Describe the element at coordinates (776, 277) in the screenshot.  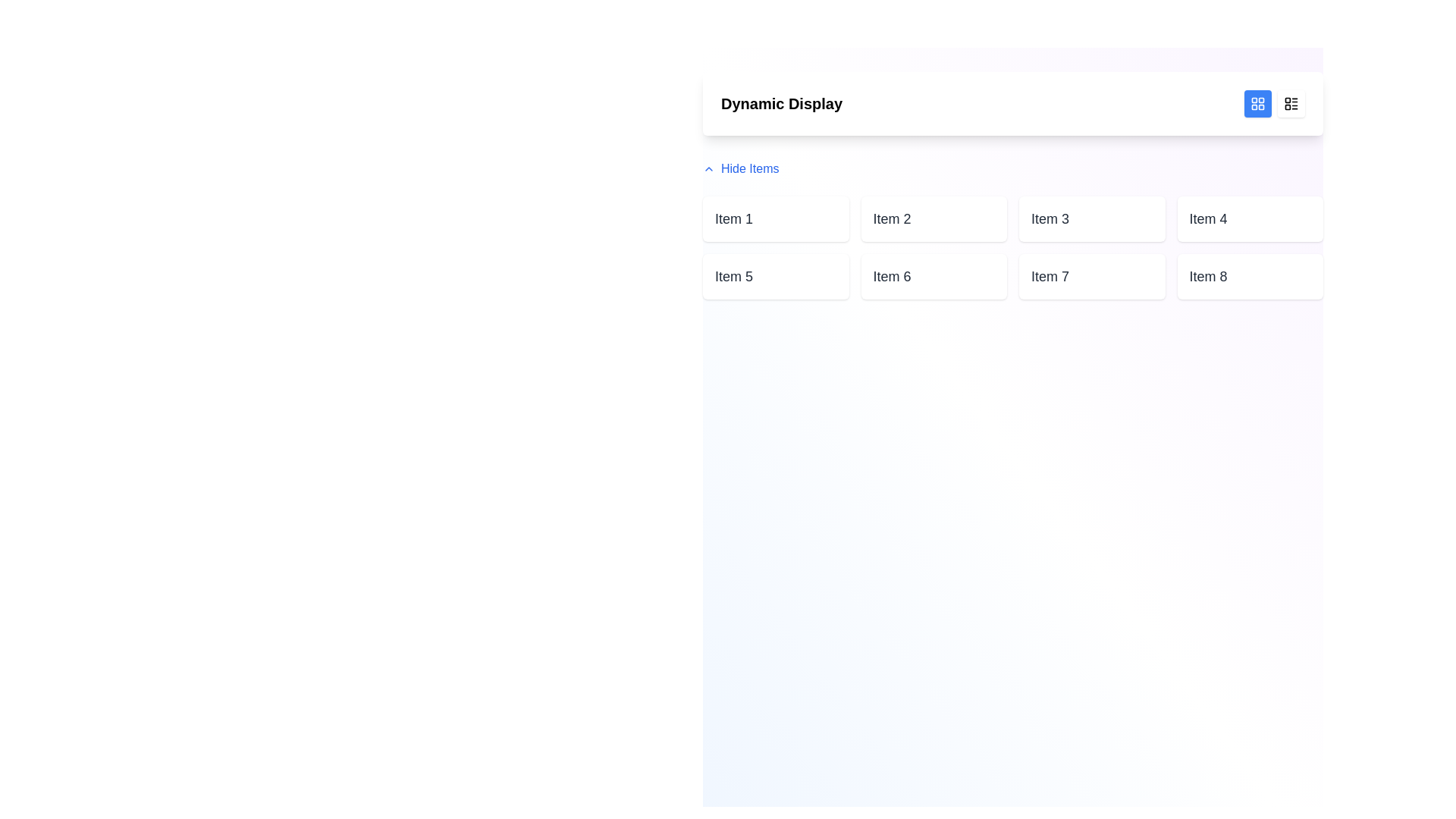
I see `the rectangular card displaying 'Item 5' located` at that location.